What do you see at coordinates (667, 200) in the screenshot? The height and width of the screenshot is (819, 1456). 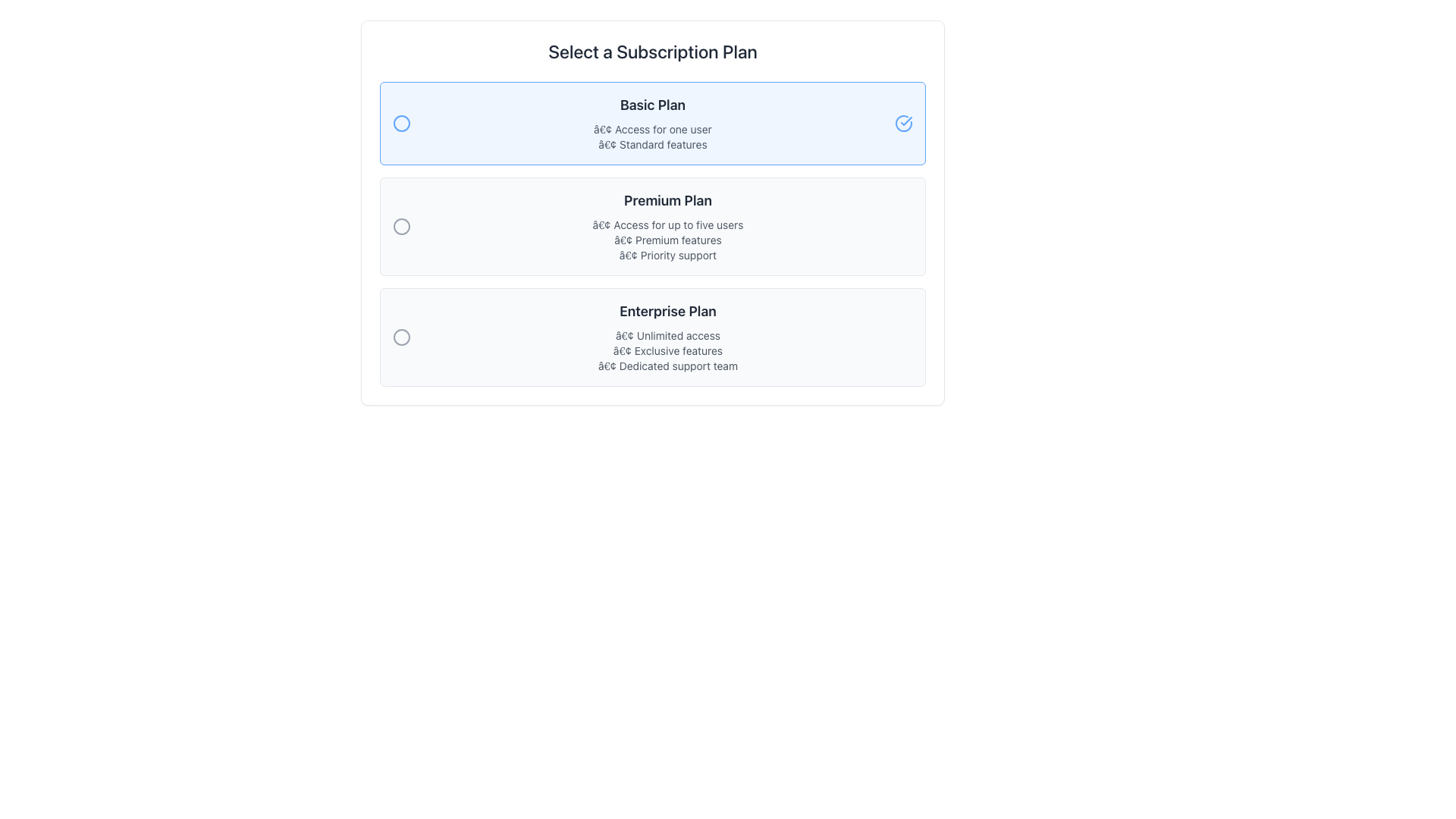 I see `the 'Premium Plan' static text element to interact with nearby components` at bounding box center [667, 200].